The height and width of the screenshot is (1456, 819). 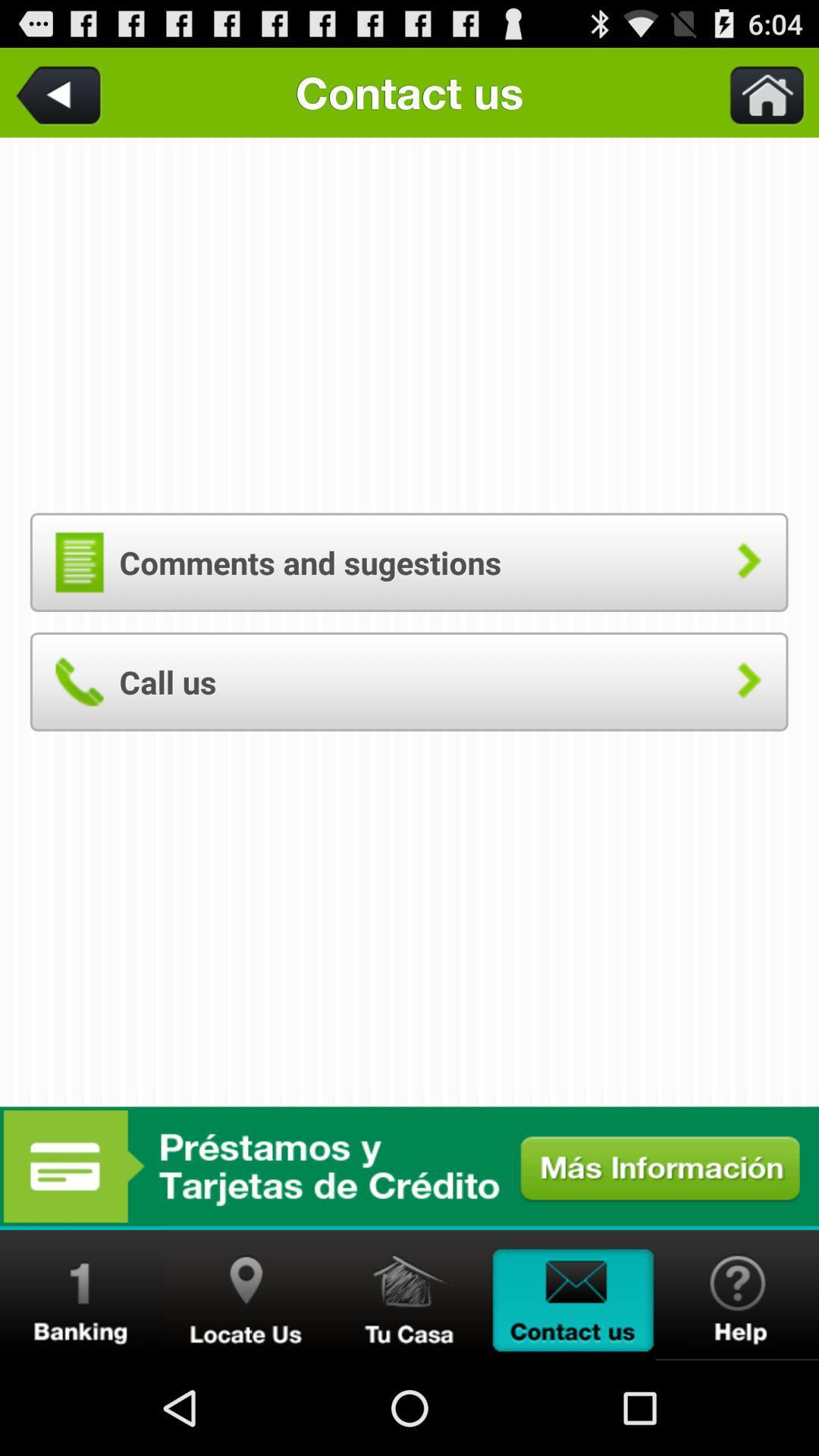 What do you see at coordinates (245, 1294) in the screenshot?
I see `find a location` at bounding box center [245, 1294].